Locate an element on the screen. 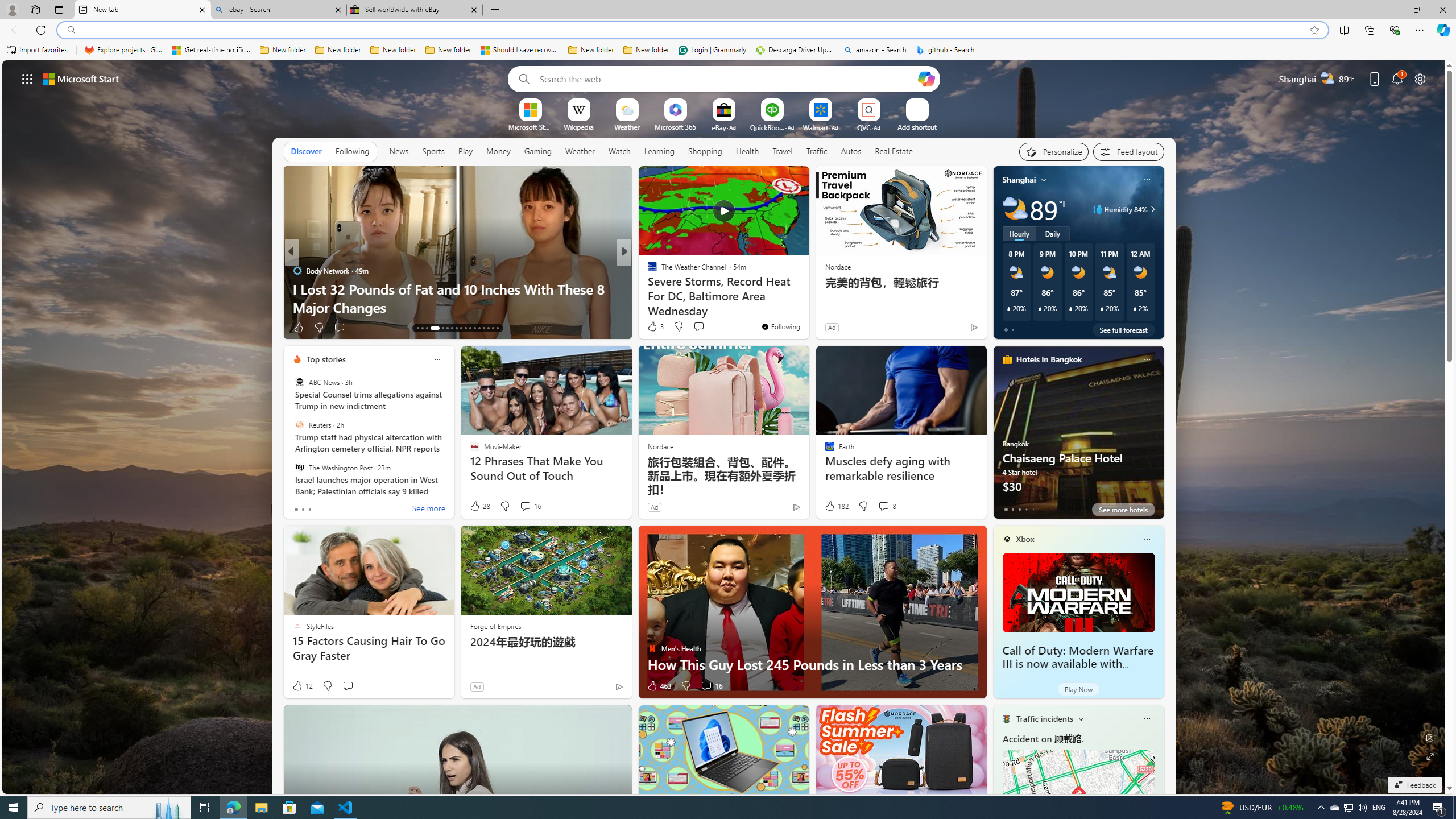 The width and height of the screenshot is (1456, 819). 'Health' is located at coordinates (746, 151).